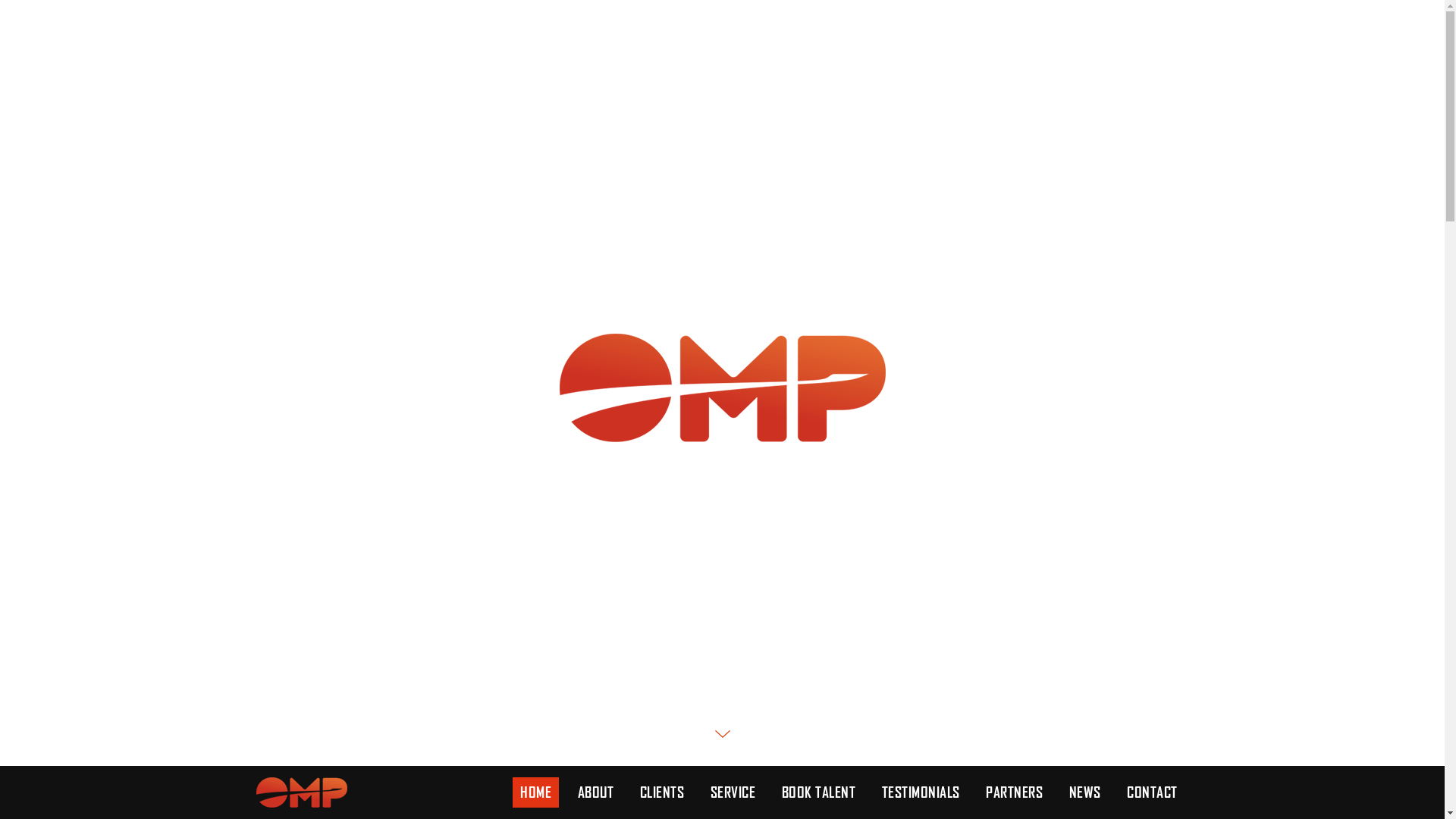 Image resolution: width=1456 pixels, height=819 pixels. I want to click on 'HOME', so click(535, 792).